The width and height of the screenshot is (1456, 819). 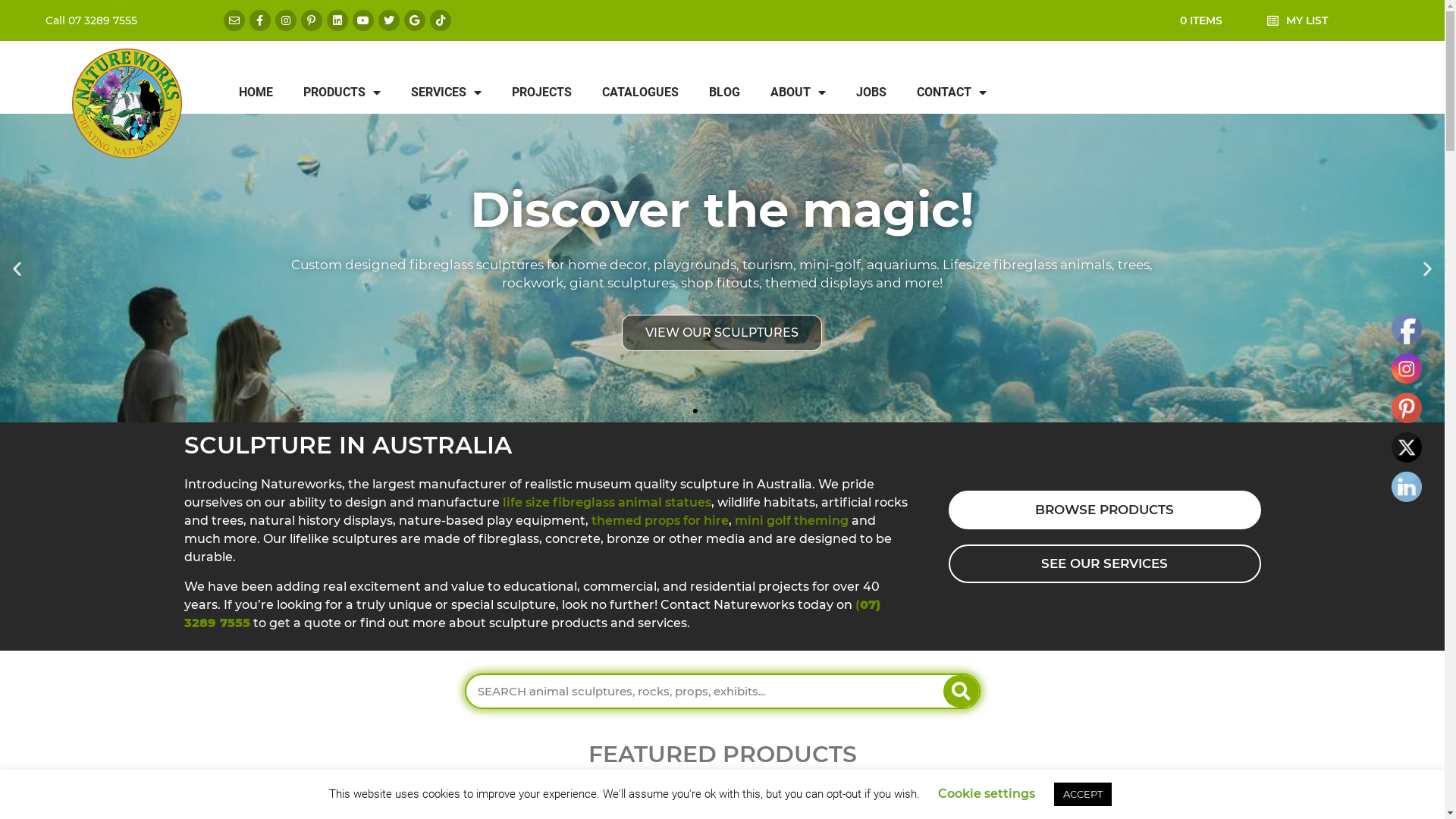 What do you see at coordinates (1103, 510) in the screenshot?
I see `'BROWSE PRODUCTS'` at bounding box center [1103, 510].